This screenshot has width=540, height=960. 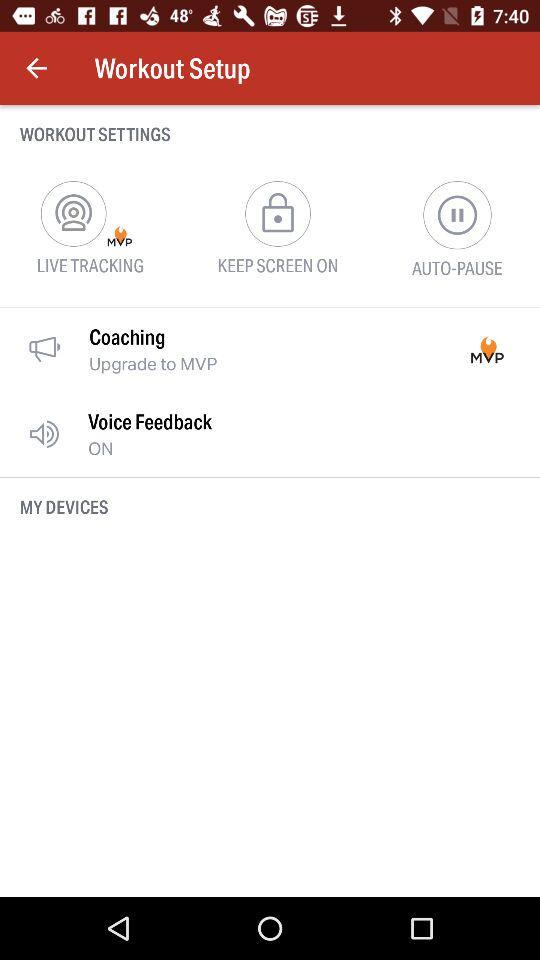 I want to click on item next to the workout setup icon, so click(x=36, y=68).